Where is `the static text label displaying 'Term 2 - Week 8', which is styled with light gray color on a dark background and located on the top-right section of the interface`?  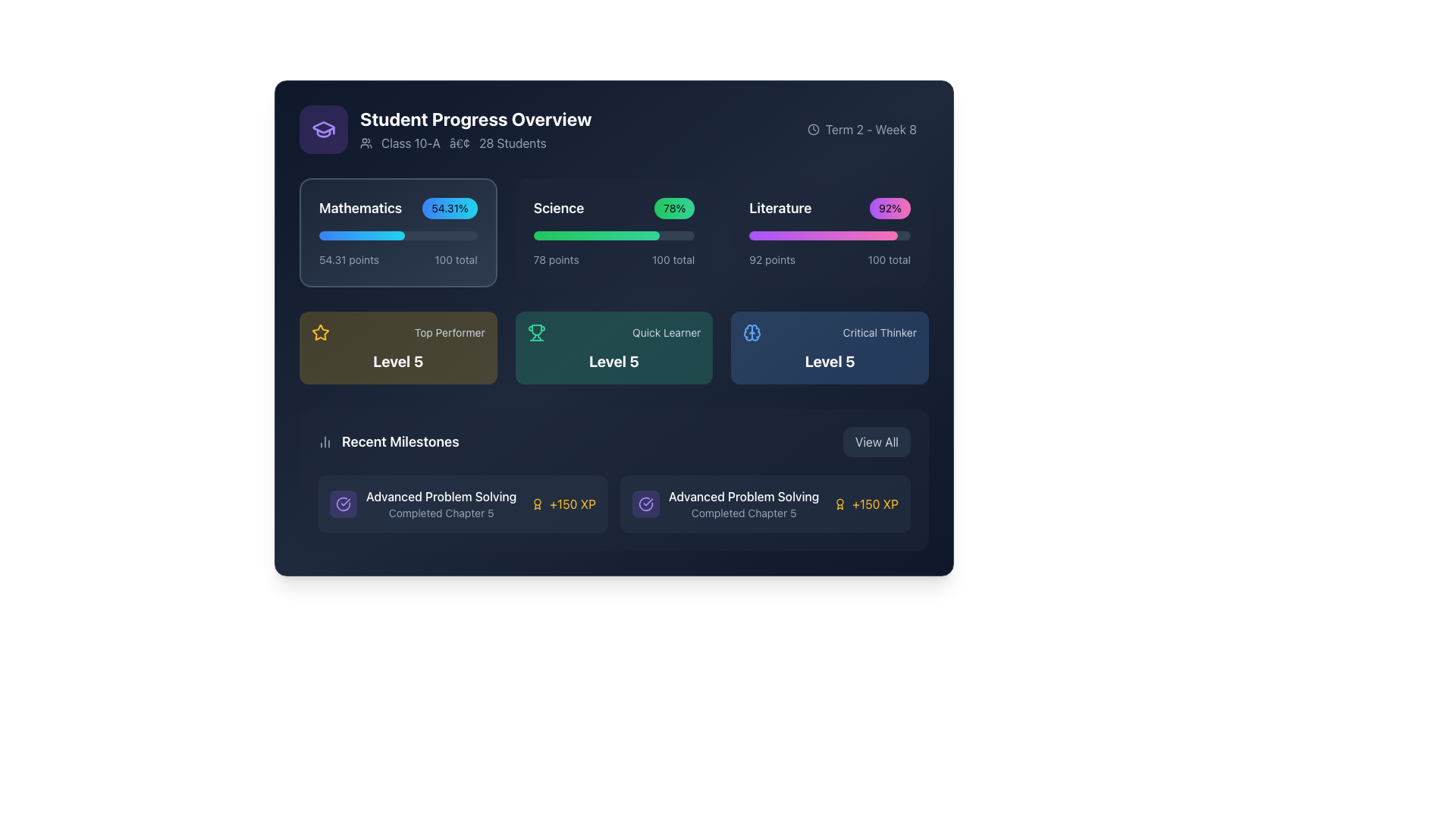 the static text label displaying 'Term 2 - Week 8', which is styled with light gray color on a dark background and located on the top-right section of the interface is located at coordinates (871, 128).